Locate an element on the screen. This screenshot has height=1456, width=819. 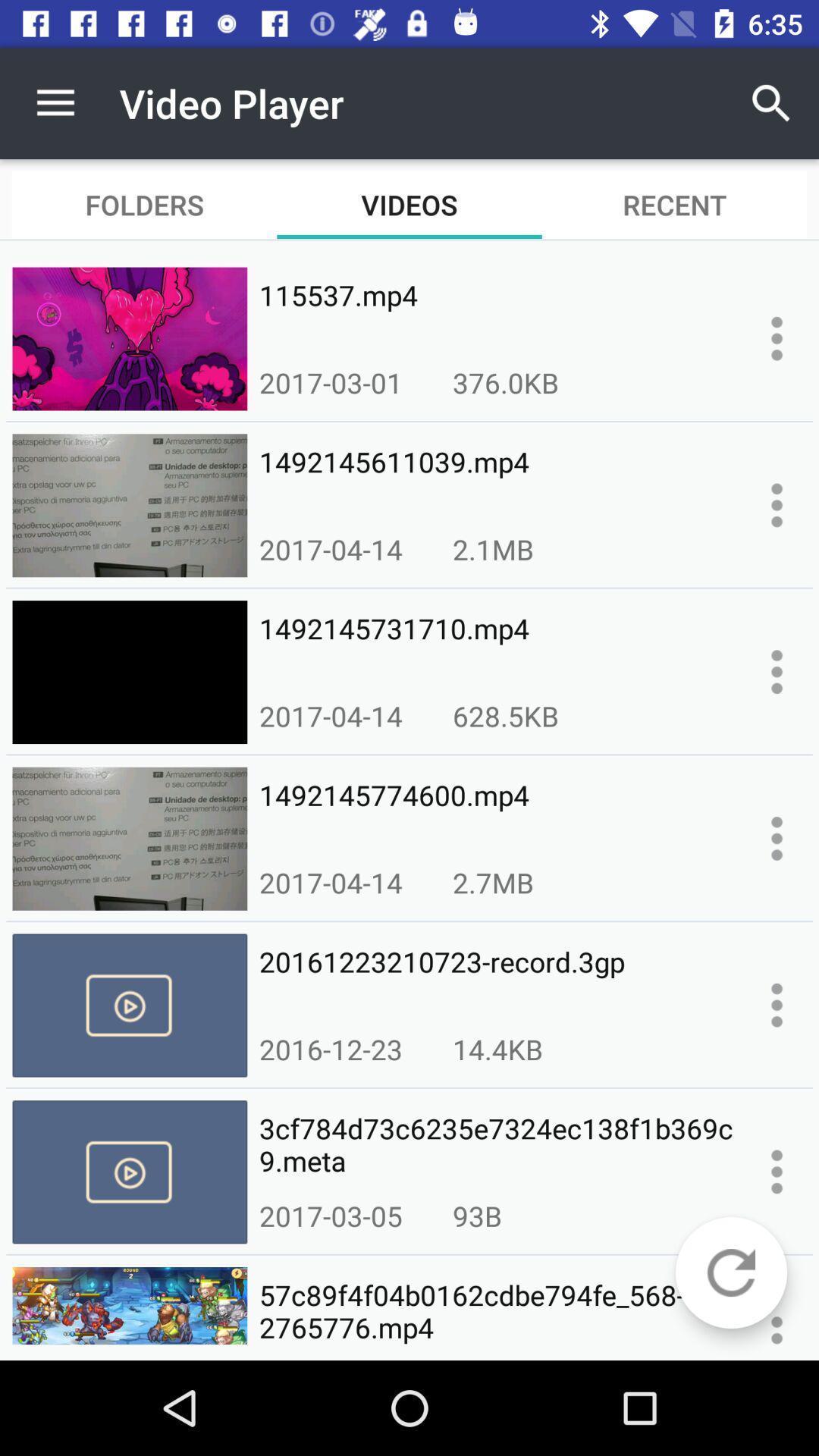
the icon below the 115537.mp4 icon is located at coordinates (506, 382).